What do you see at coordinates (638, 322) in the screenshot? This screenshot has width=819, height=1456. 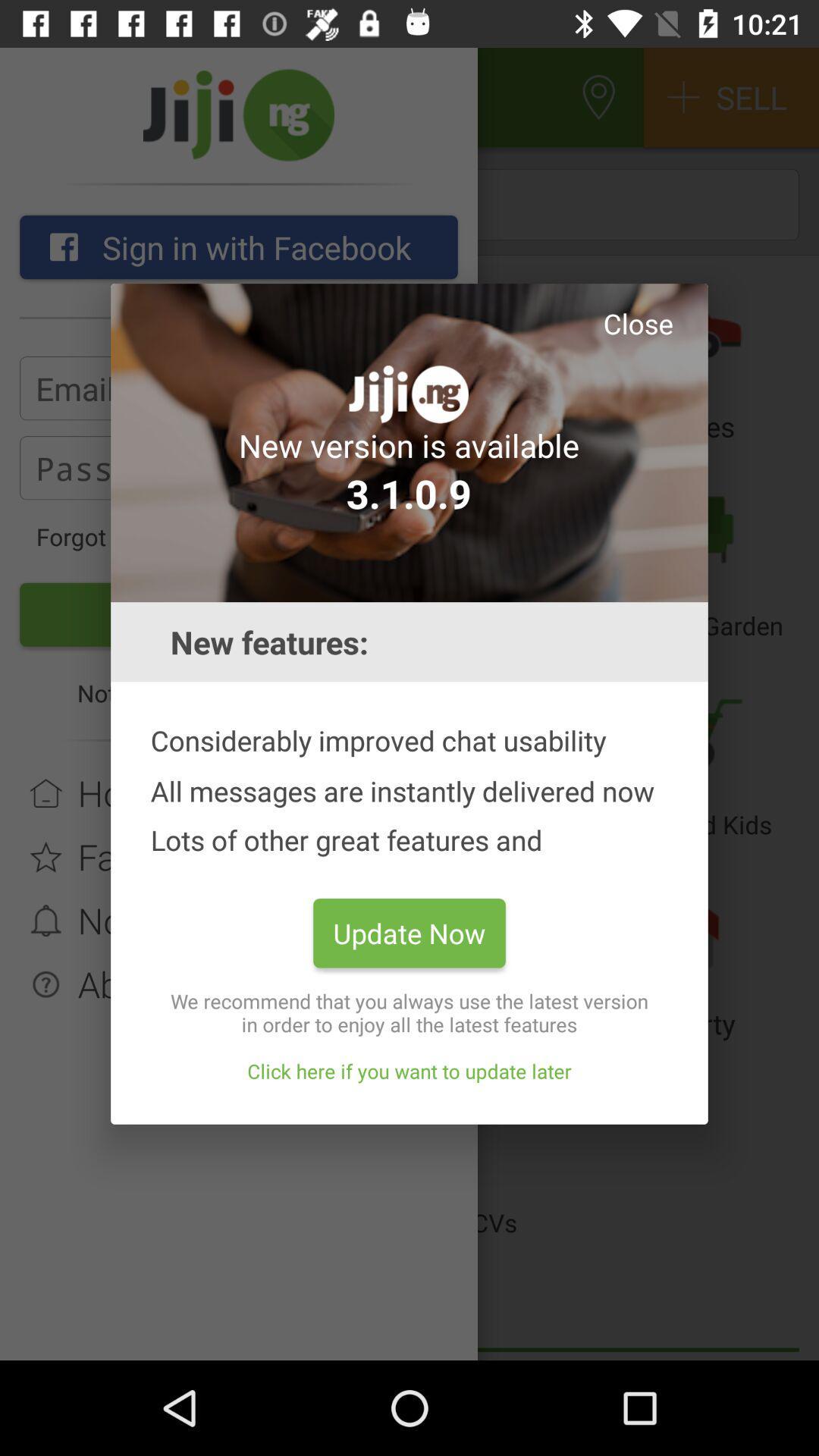 I see `close app` at bounding box center [638, 322].